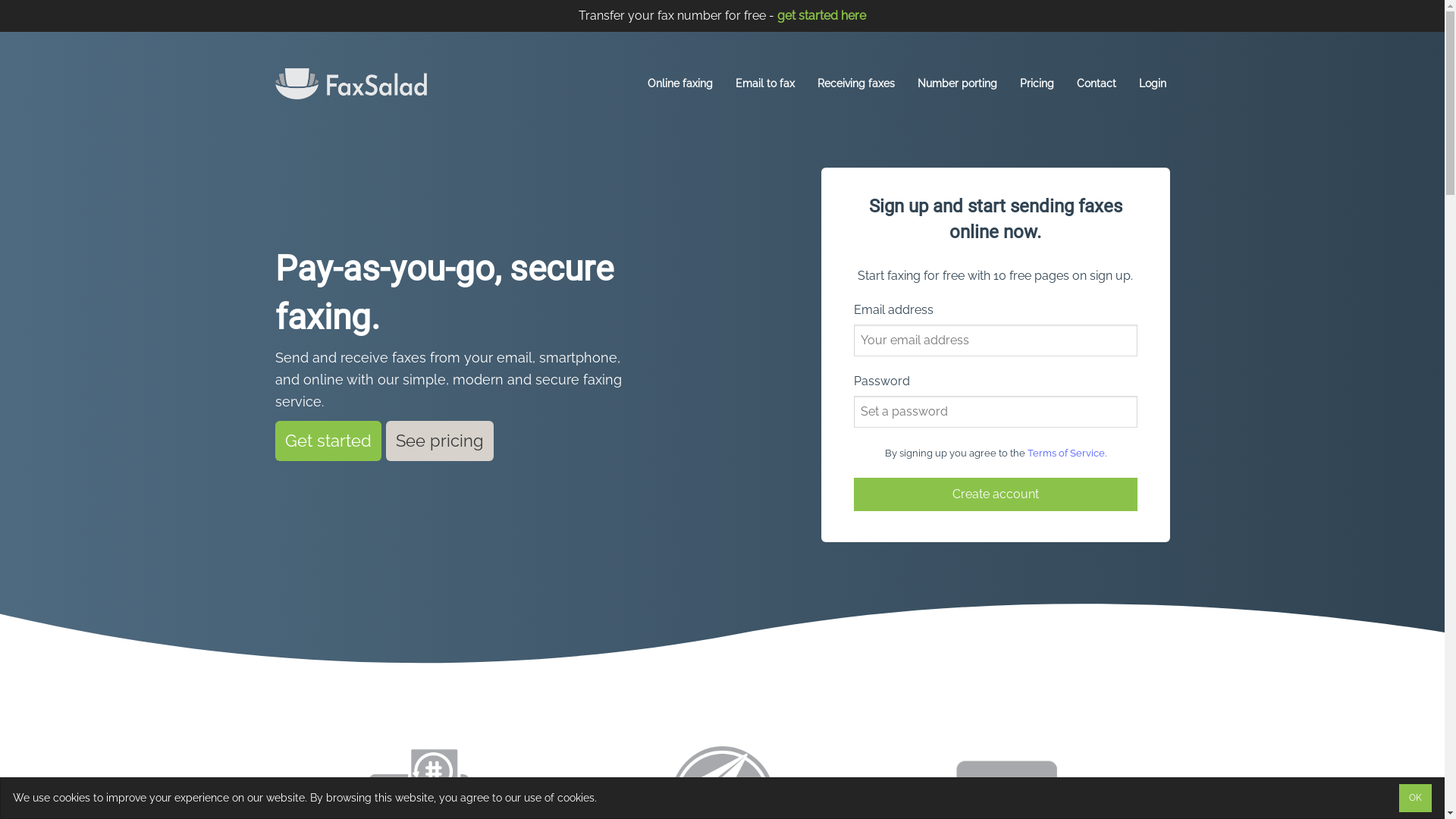 The height and width of the screenshot is (819, 1456). What do you see at coordinates (1153, 83) in the screenshot?
I see `'Login'` at bounding box center [1153, 83].